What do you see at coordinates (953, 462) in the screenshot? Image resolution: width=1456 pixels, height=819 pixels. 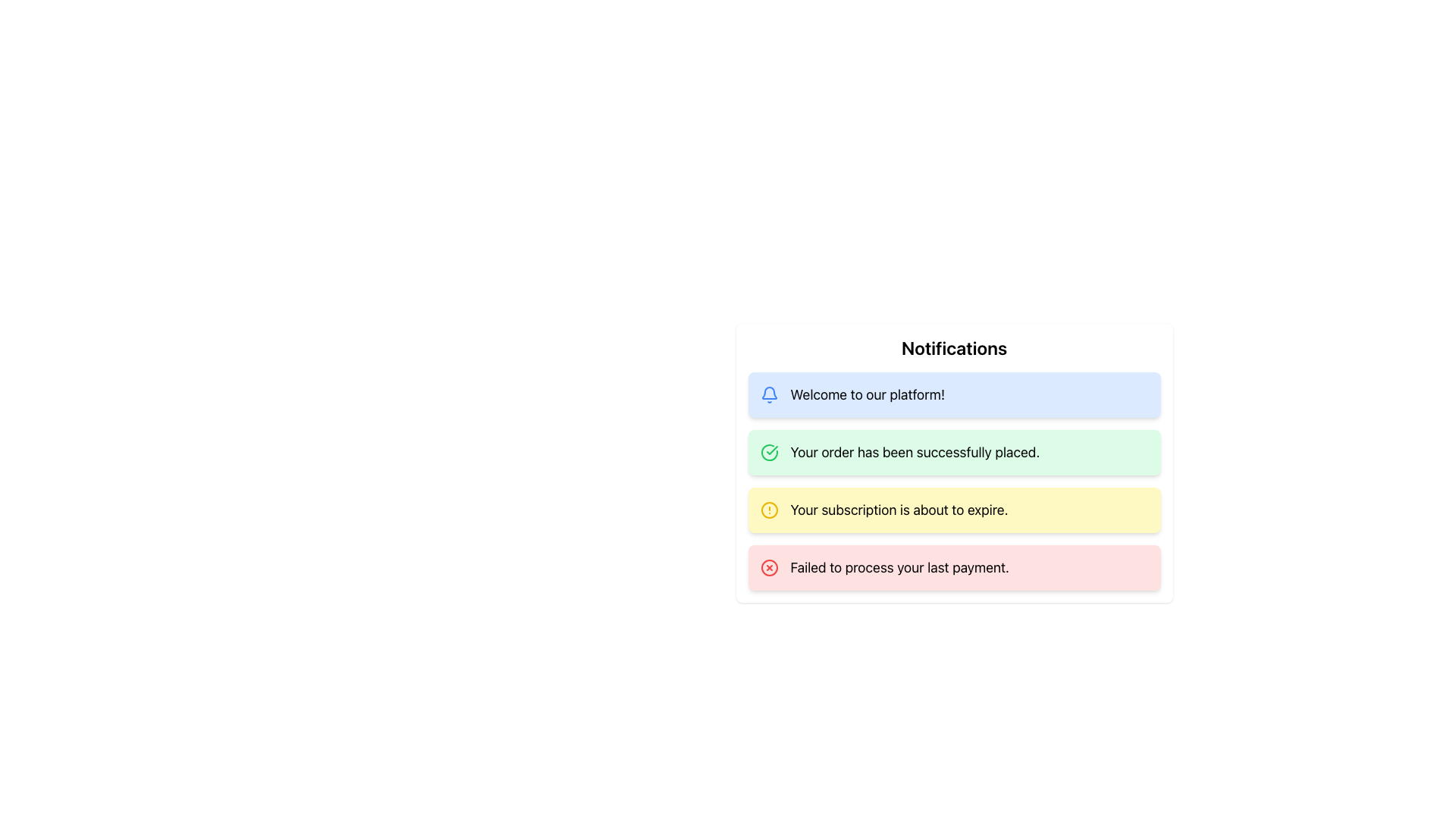 I see `the second notification message box located under the 'Notifications' header, which confirms that the user's order has been successfully placed` at bounding box center [953, 462].